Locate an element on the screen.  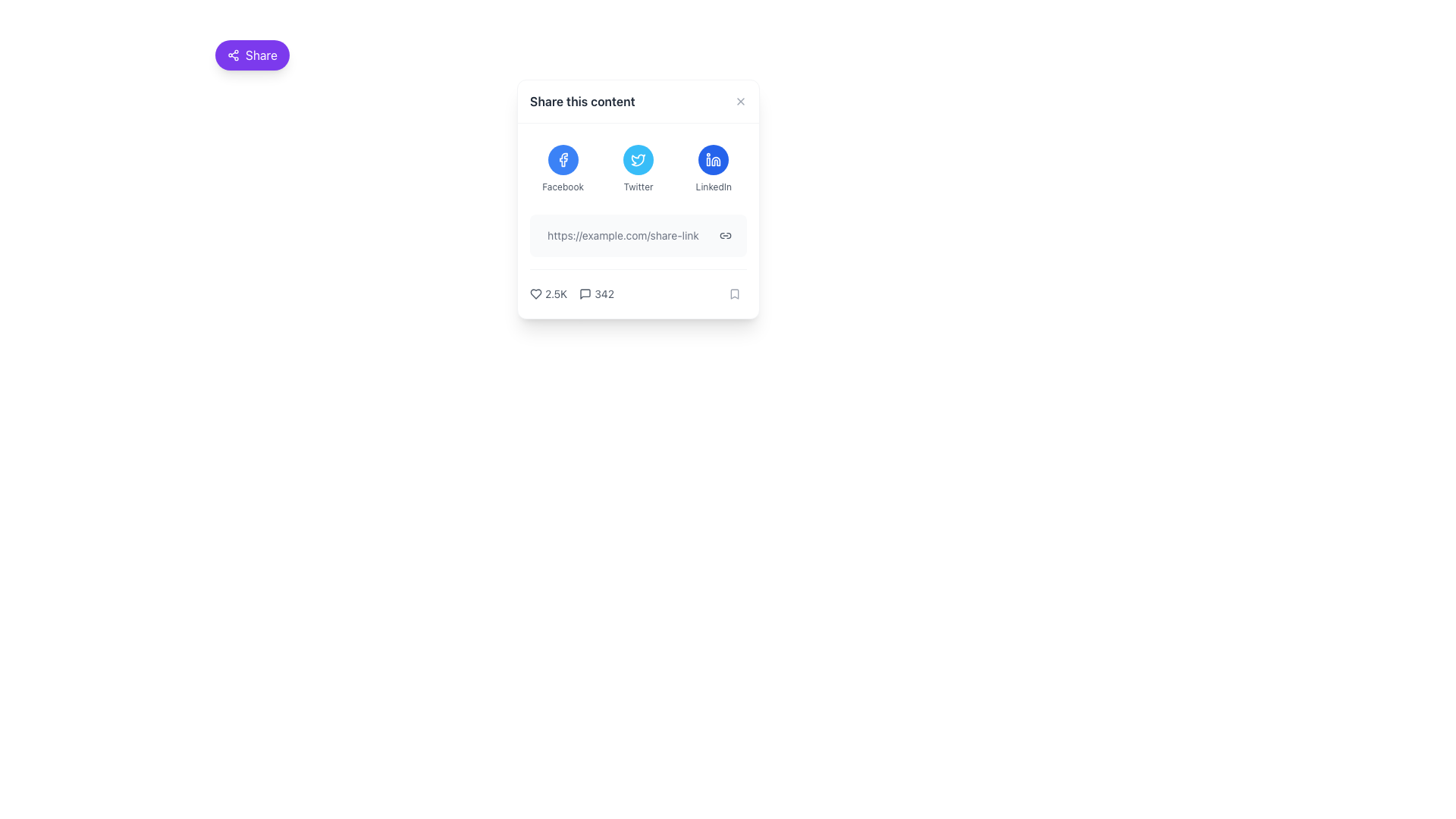
the bookmark icon located near the bottom-right corner of the sharing panel, which is directly to the right of the numeric indicator showing the number of comments is located at coordinates (735, 294).